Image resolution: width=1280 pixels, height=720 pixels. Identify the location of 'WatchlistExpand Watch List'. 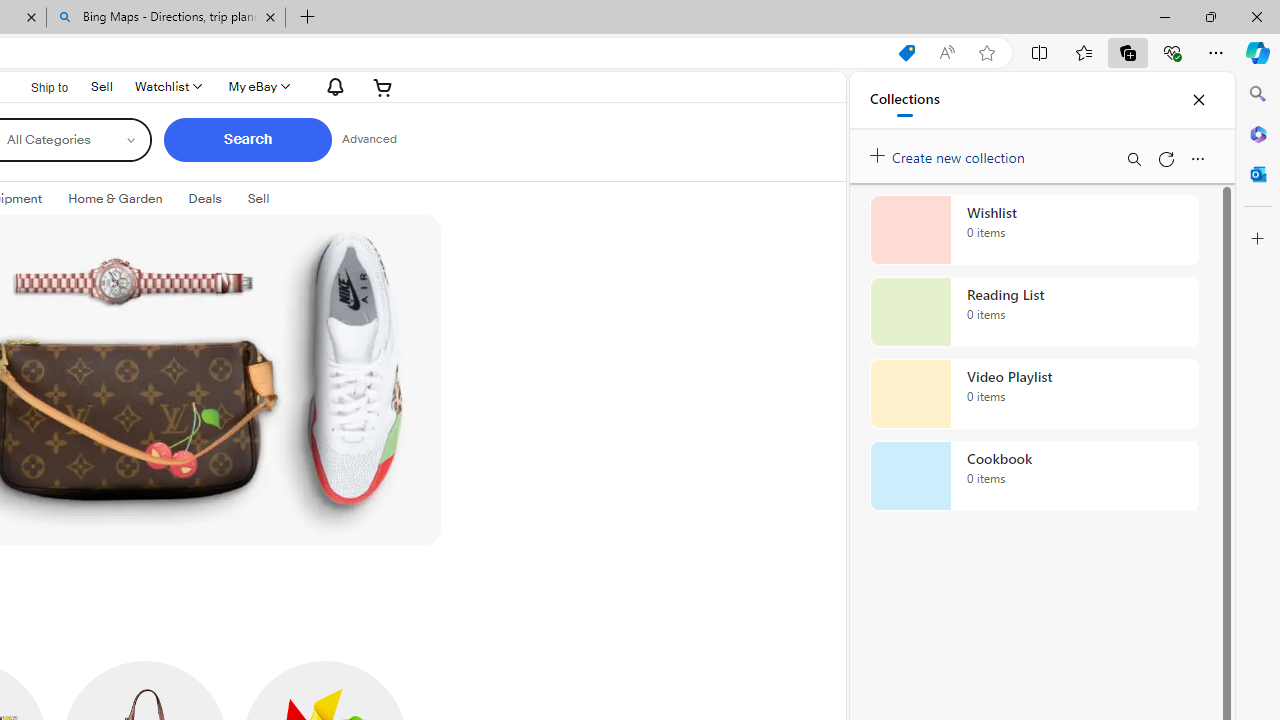
(167, 86).